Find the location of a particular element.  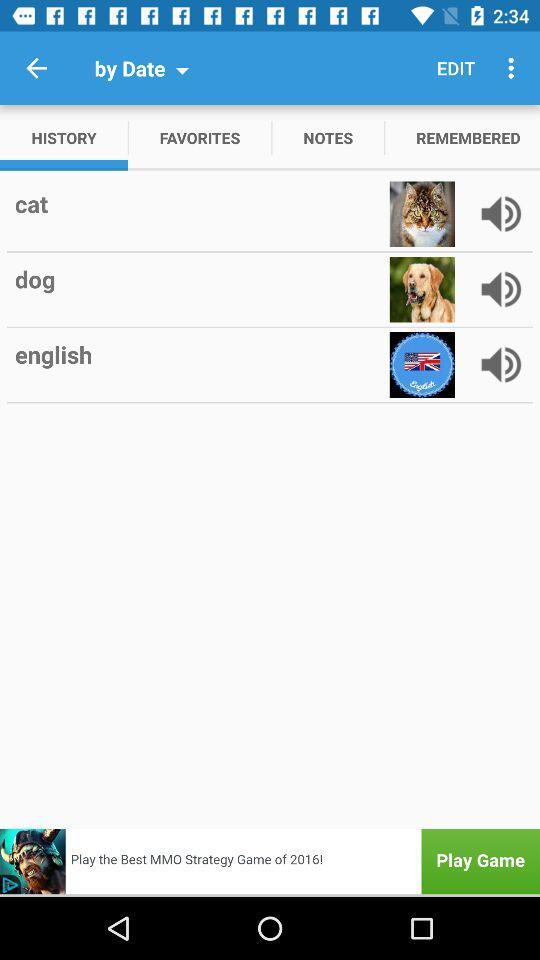

item to the left of the by date is located at coordinates (36, 68).